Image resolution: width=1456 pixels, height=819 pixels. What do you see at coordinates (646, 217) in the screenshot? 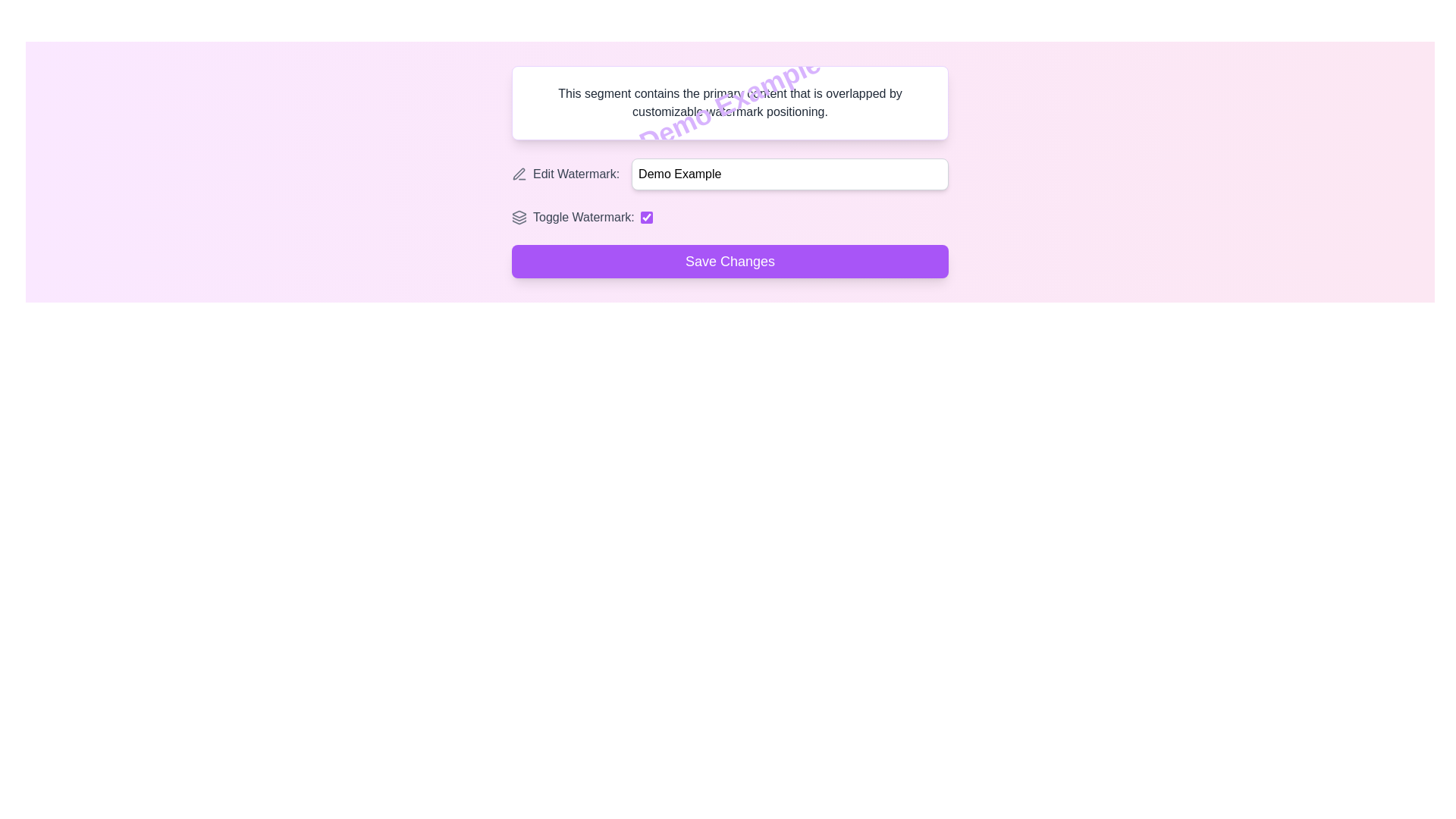
I see `the checkbox with a purple accent color located to the right of the text 'Toggle Watermark:' for keyboard navigation` at bounding box center [646, 217].